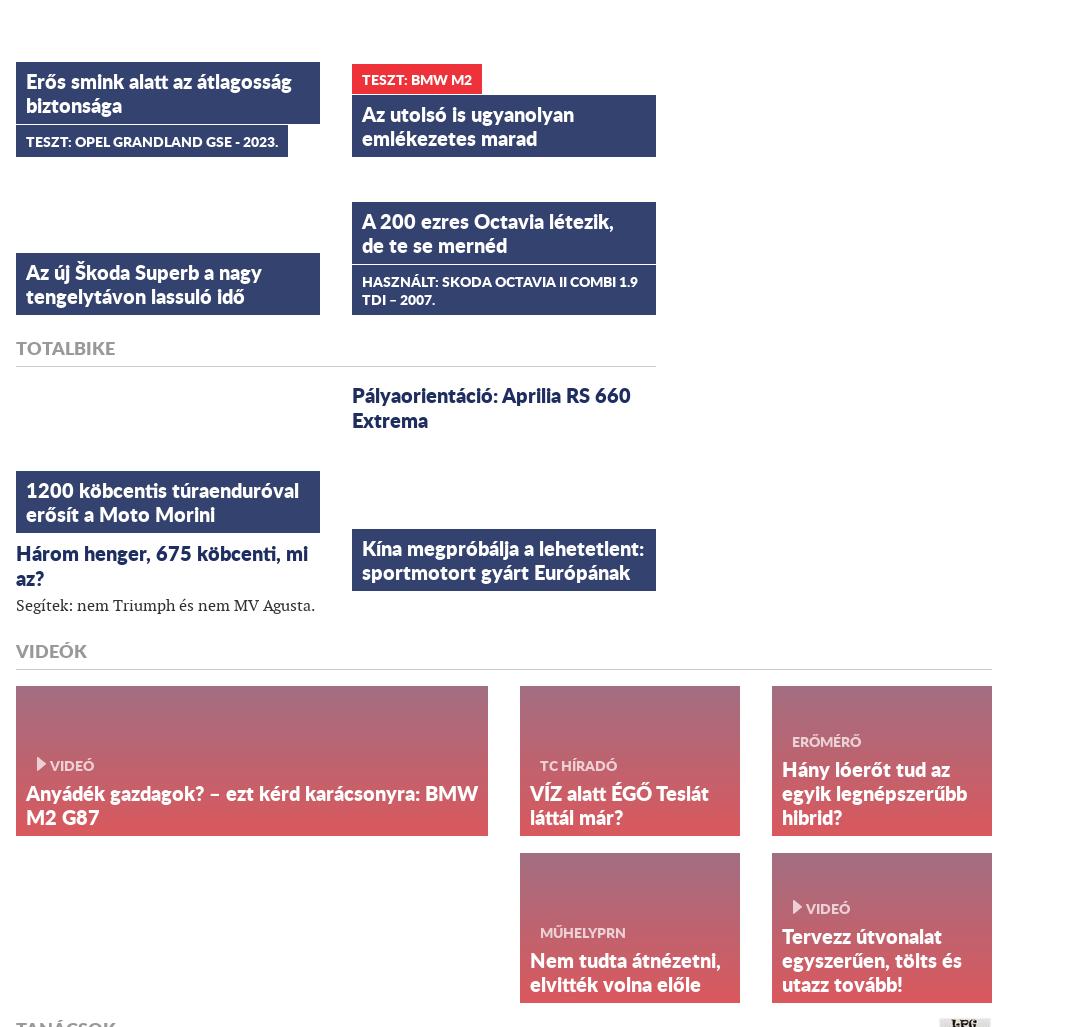 This screenshot has width=1089, height=1027. Describe the element at coordinates (162, 563) in the screenshot. I see `'Három henger, 675 köbcenti, mi az?'` at that location.